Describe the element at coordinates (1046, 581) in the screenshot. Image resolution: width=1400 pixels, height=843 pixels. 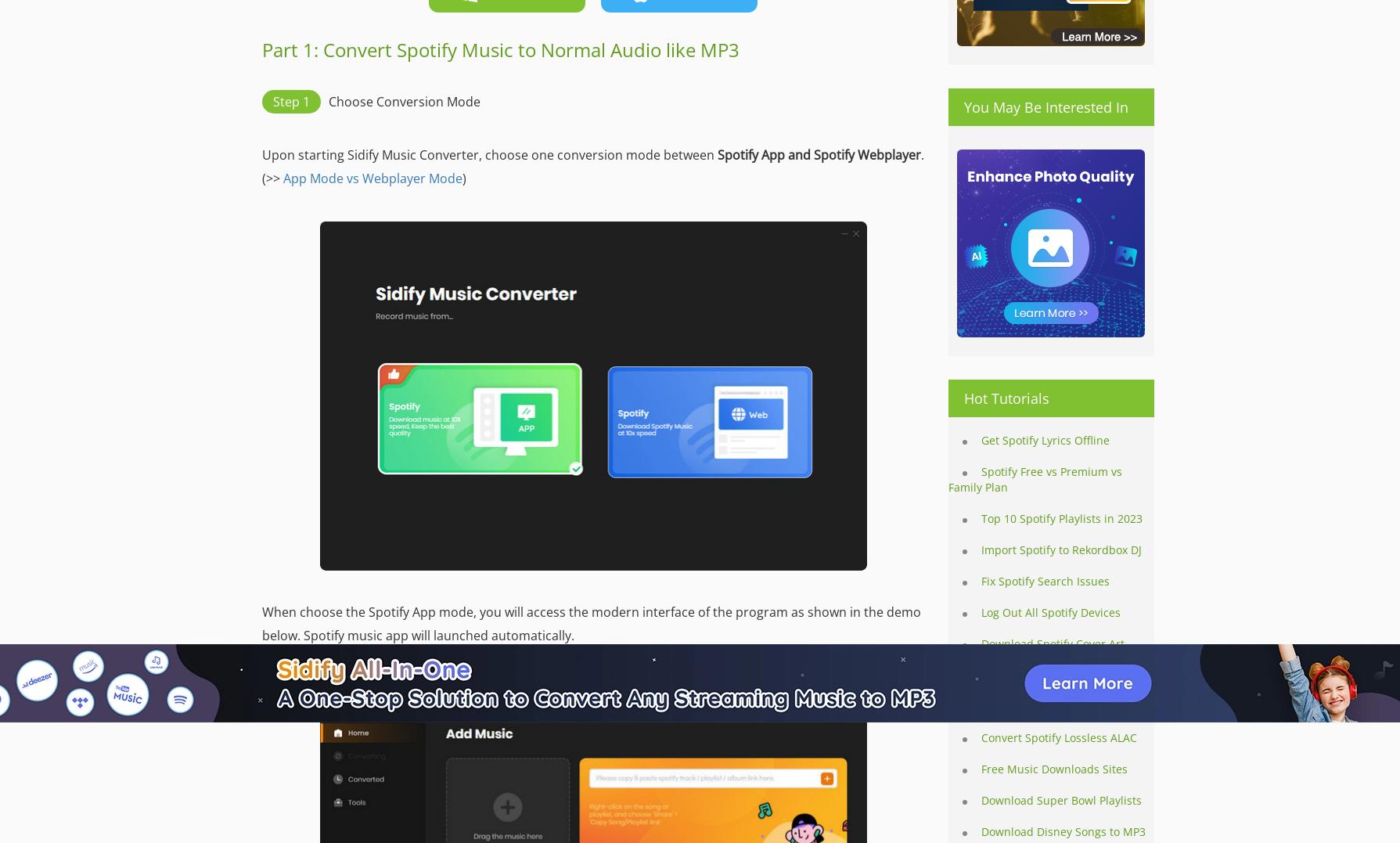
I see `'Fix Spotify Search Issues'` at that location.